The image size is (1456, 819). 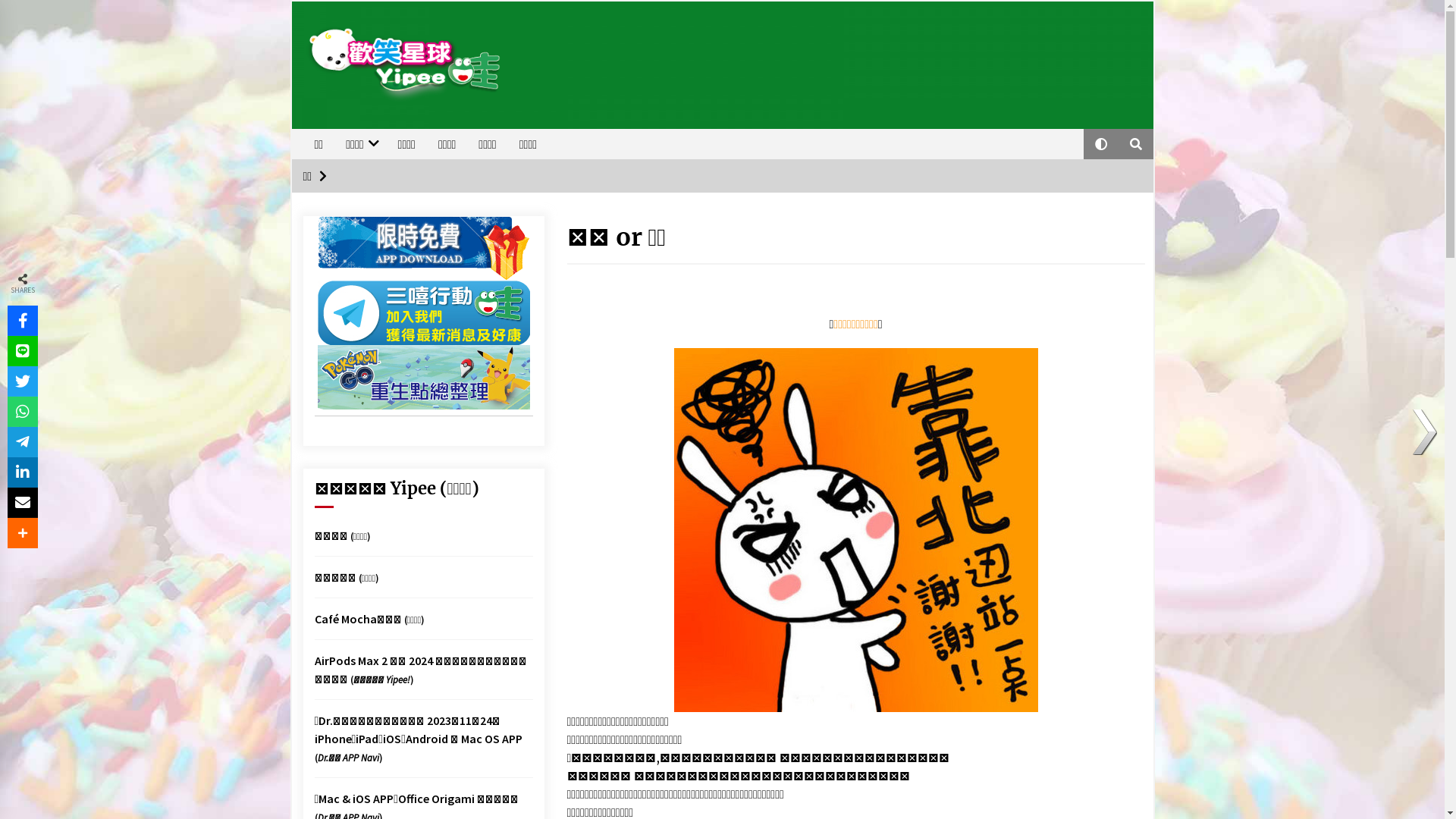 I want to click on 'Email this ', so click(x=22, y=503).